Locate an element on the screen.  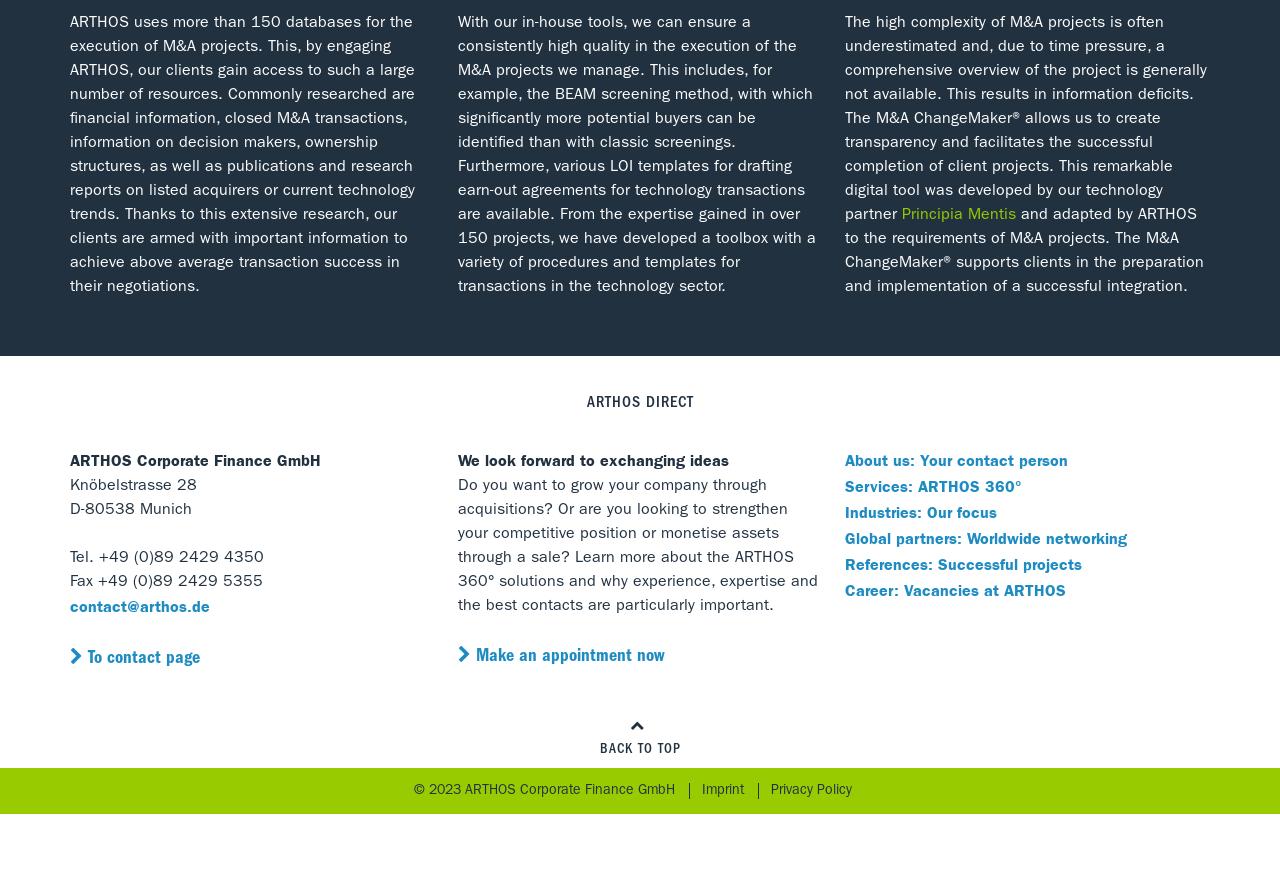
'Fax +49 (0)89 2429 5355' is located at coordinates (166, 583).